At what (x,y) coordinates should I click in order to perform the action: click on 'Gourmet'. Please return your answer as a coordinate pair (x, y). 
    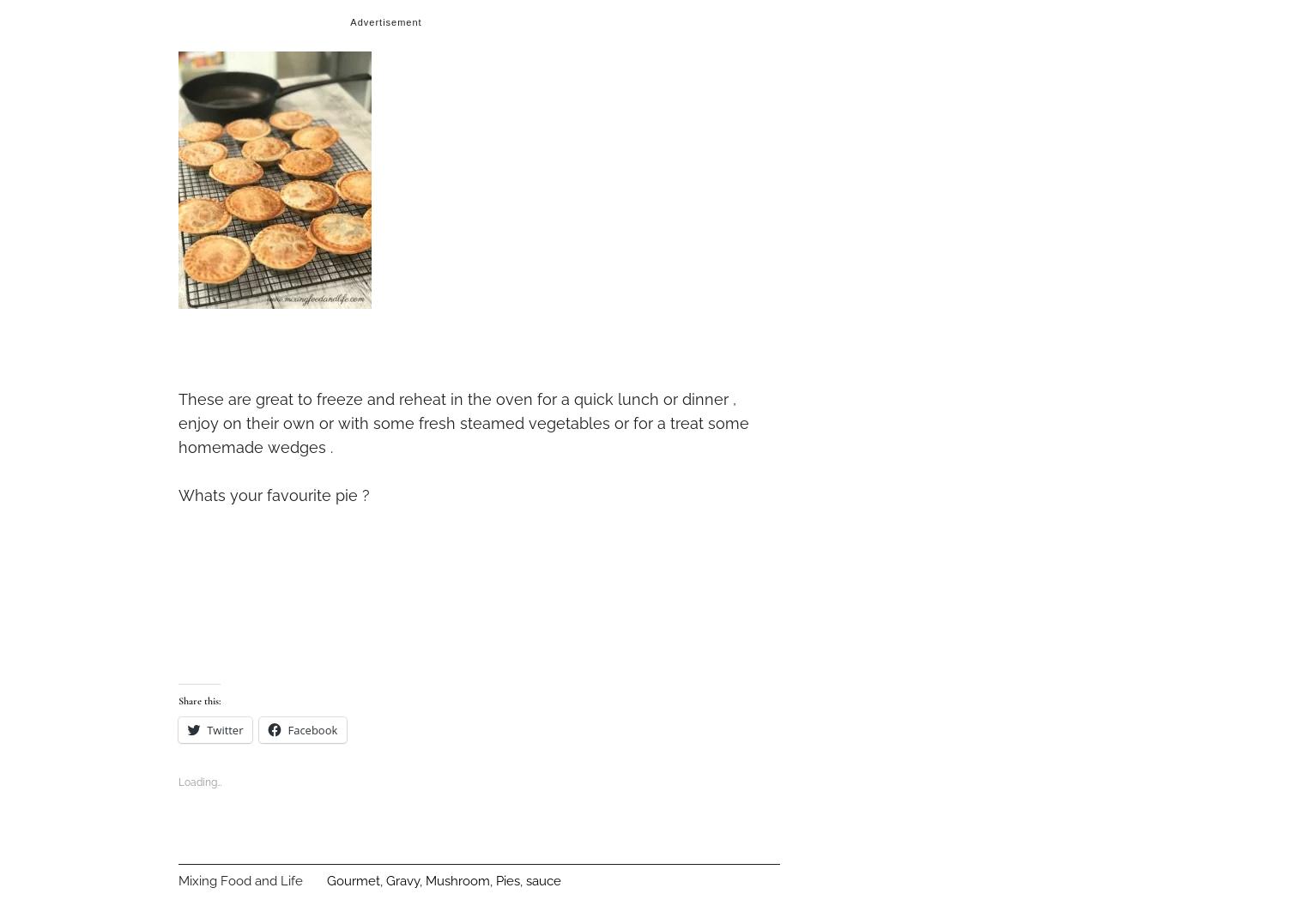
    Looking at the image, I should click on (353, 879).